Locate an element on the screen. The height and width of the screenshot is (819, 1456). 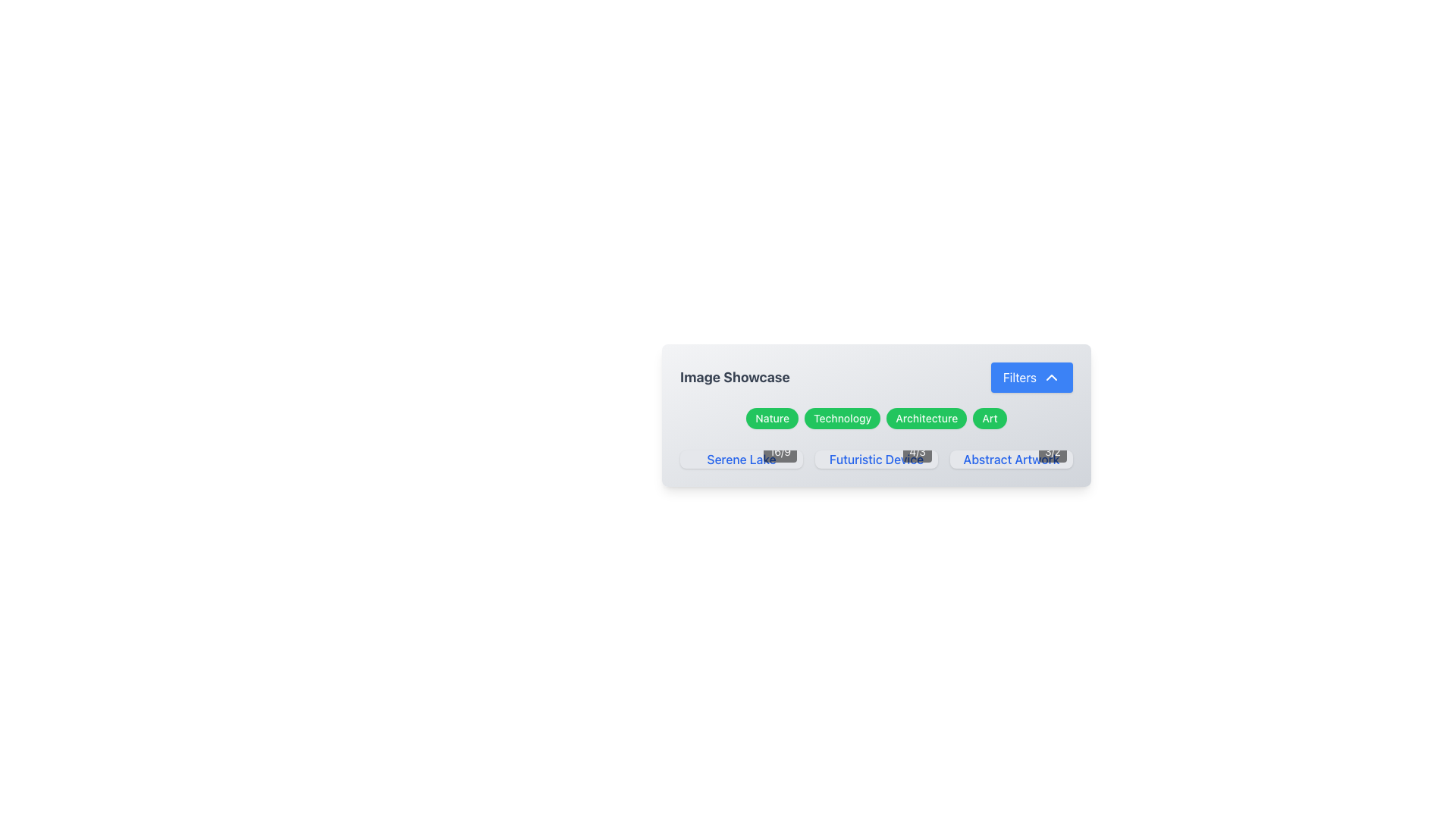
the 'Architecture' button, which is the third button in a horizontal group of four is located at coordinates (926, 418).